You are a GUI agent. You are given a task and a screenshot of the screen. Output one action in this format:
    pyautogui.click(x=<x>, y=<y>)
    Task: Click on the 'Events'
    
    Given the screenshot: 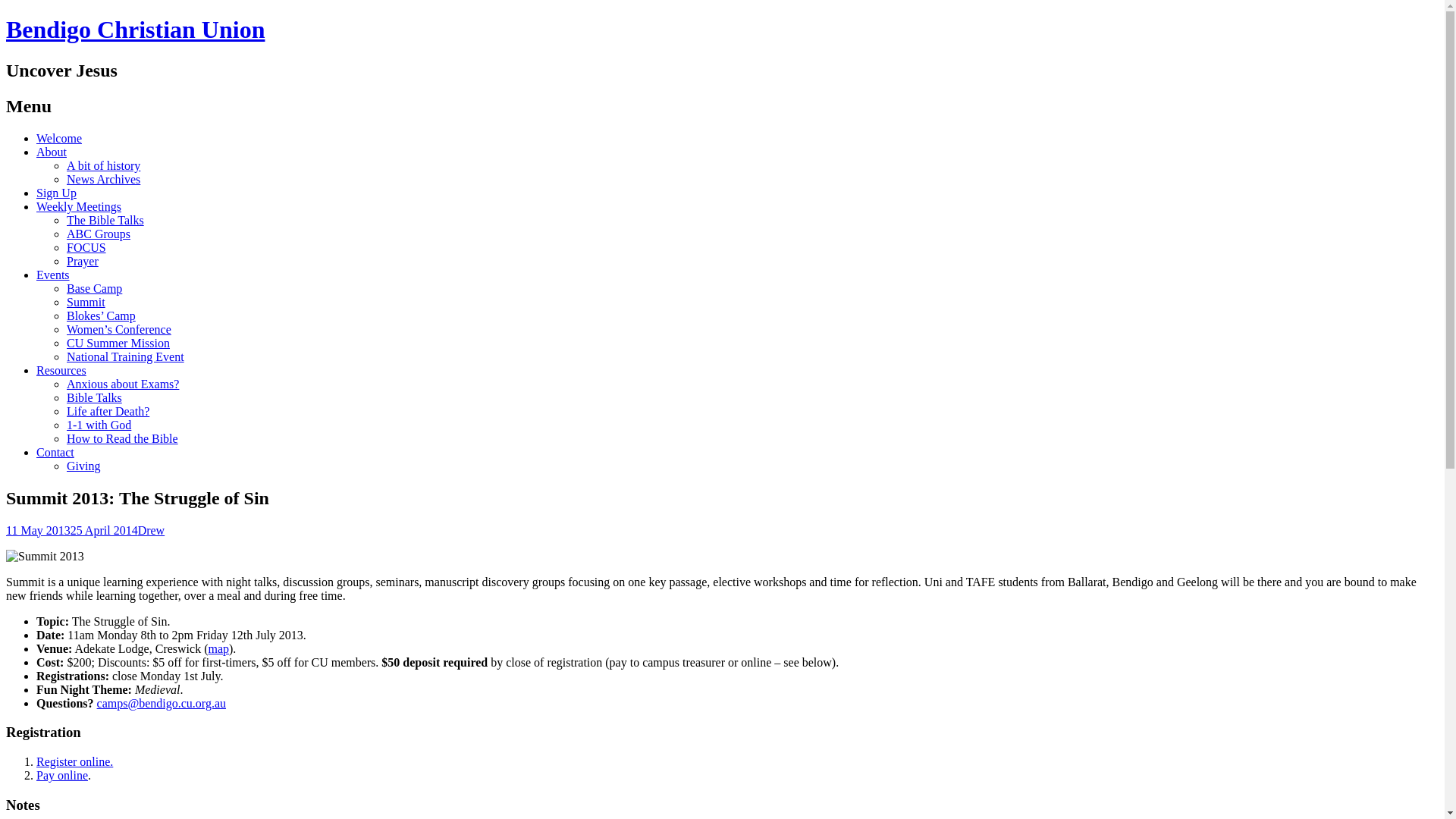 What is the action you would take?
    pyautogui.click(x=53, y=275)
    